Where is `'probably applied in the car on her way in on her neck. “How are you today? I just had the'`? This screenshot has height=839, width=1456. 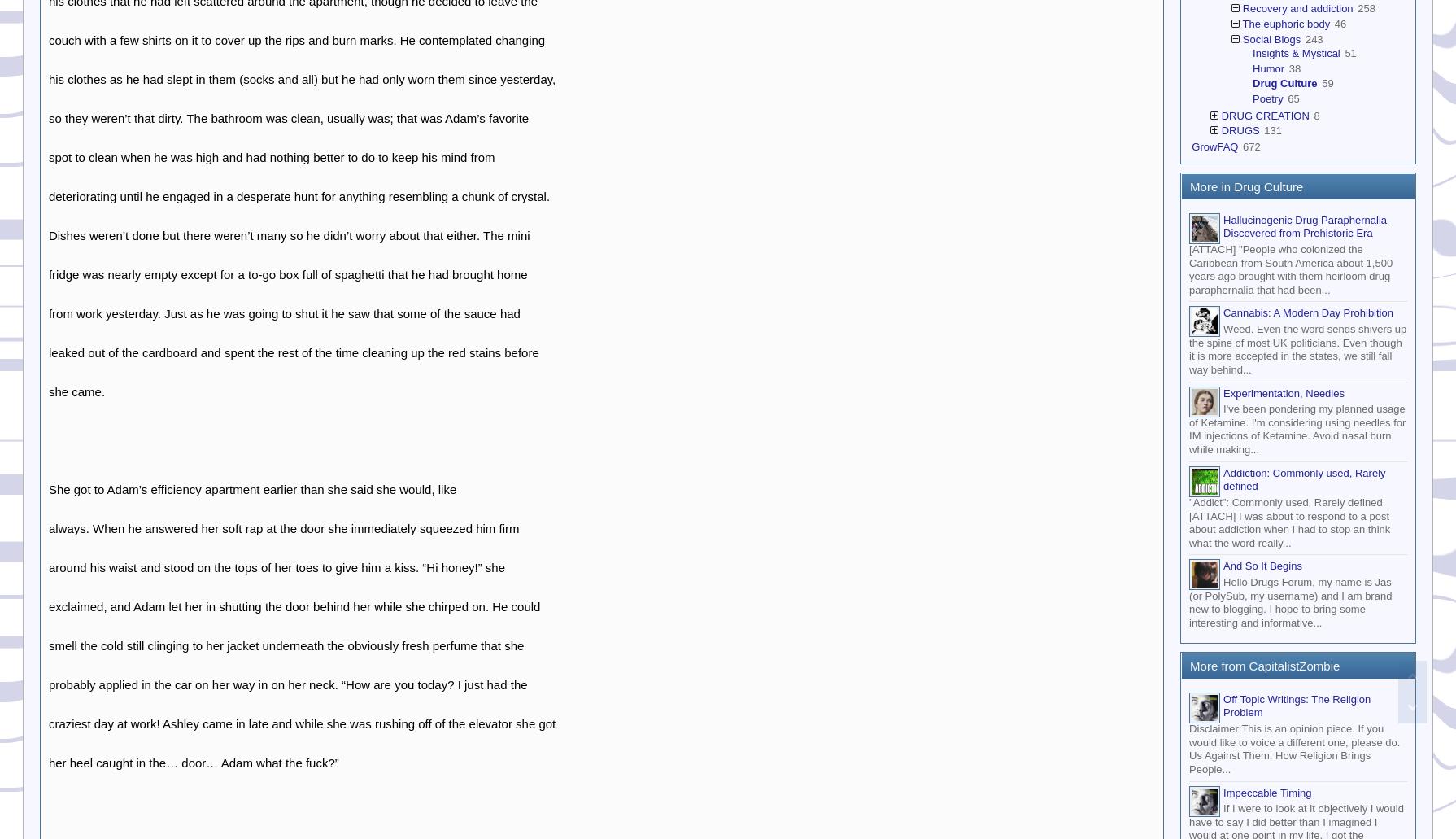
'probably applied in the car on her way in on her neck. “How are you today? I just had the' is located at coordinates (287, 684).